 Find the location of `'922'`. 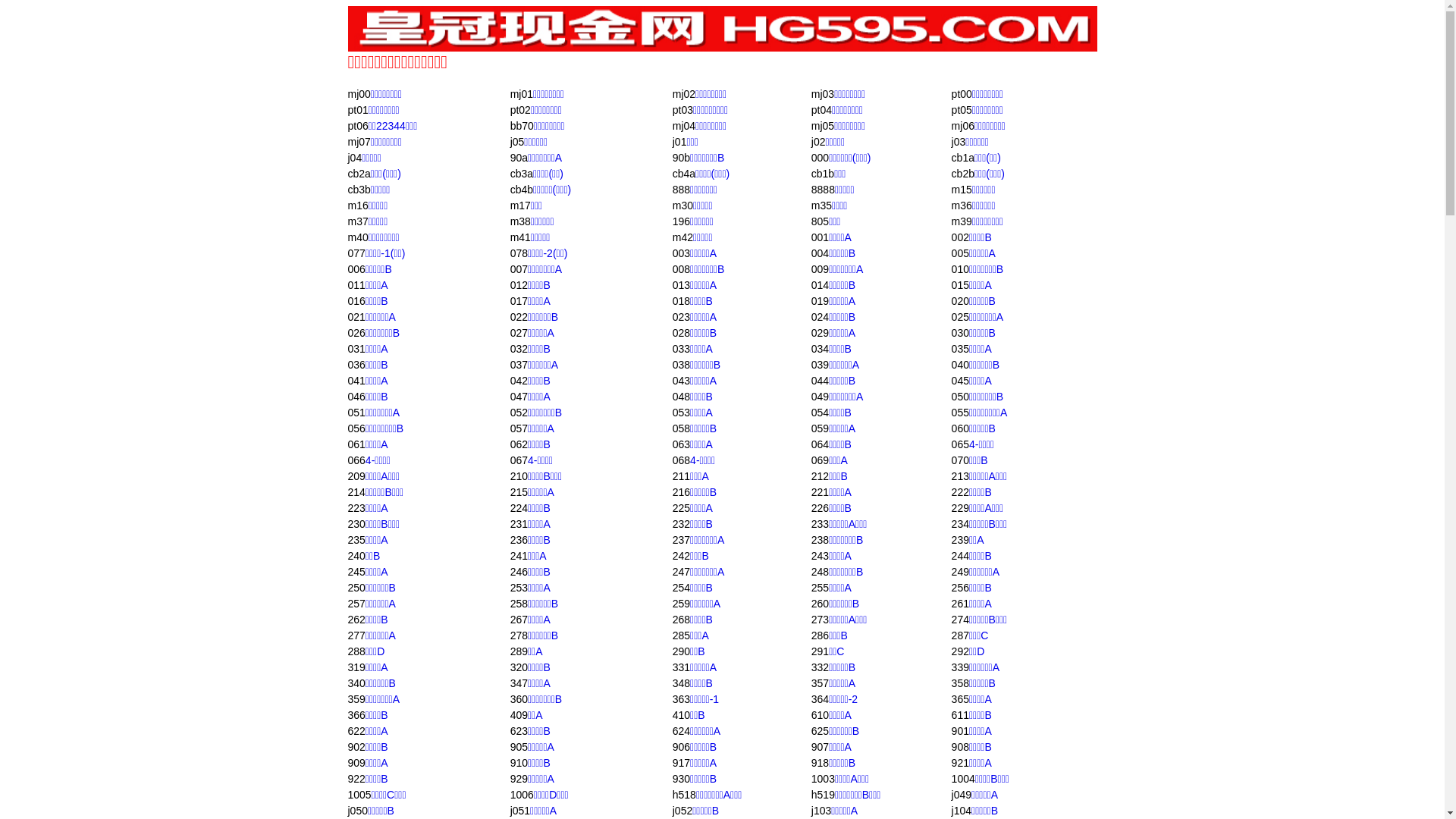

'922' is located at coordinates (355, 778).